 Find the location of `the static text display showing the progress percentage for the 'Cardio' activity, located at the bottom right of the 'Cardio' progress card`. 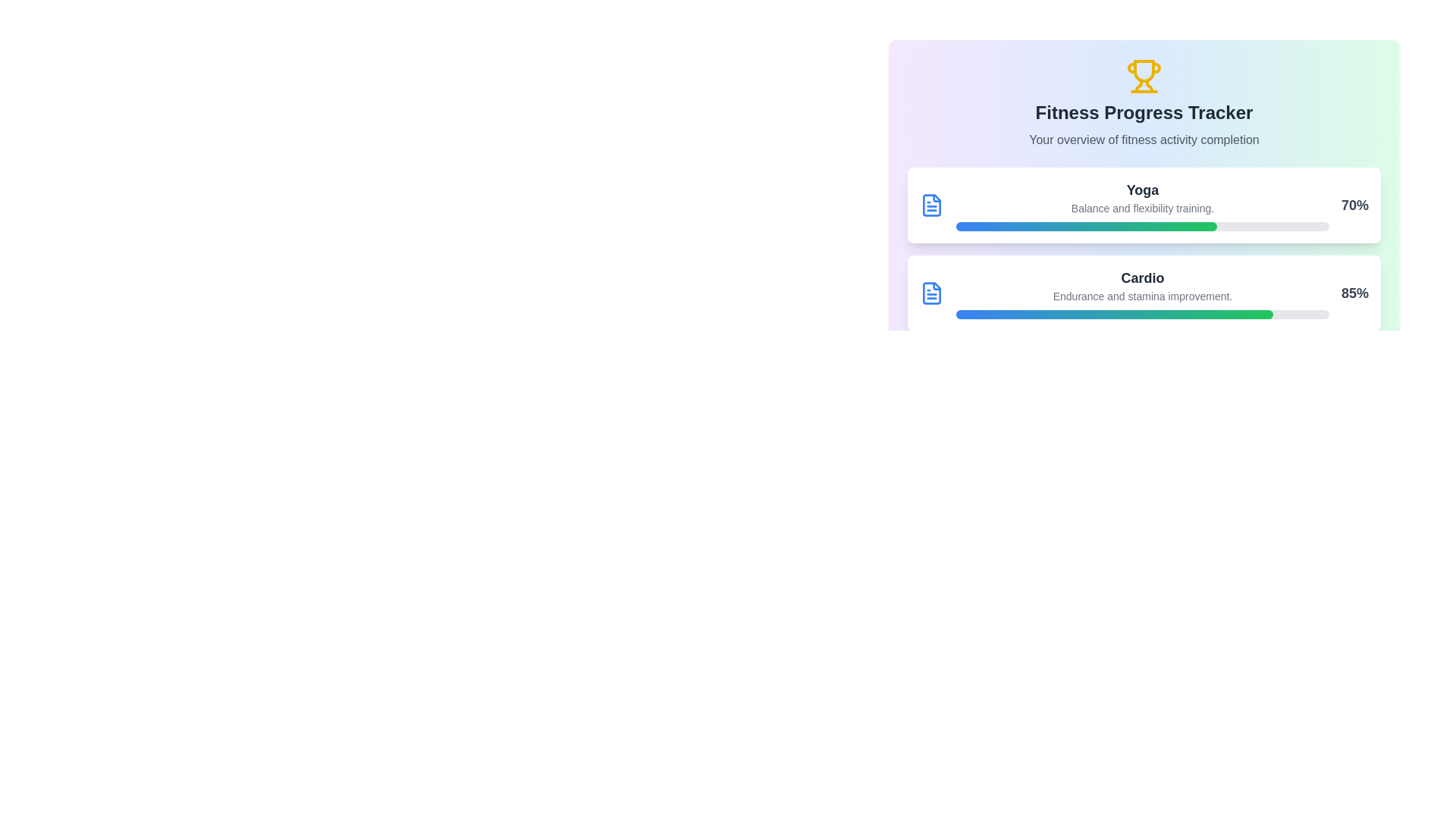

the static text display showing the progress percentage for the 'Cardio' activity, located at the bottom right of the 'Cardio' progress card is located at coordinates (1354, 293).